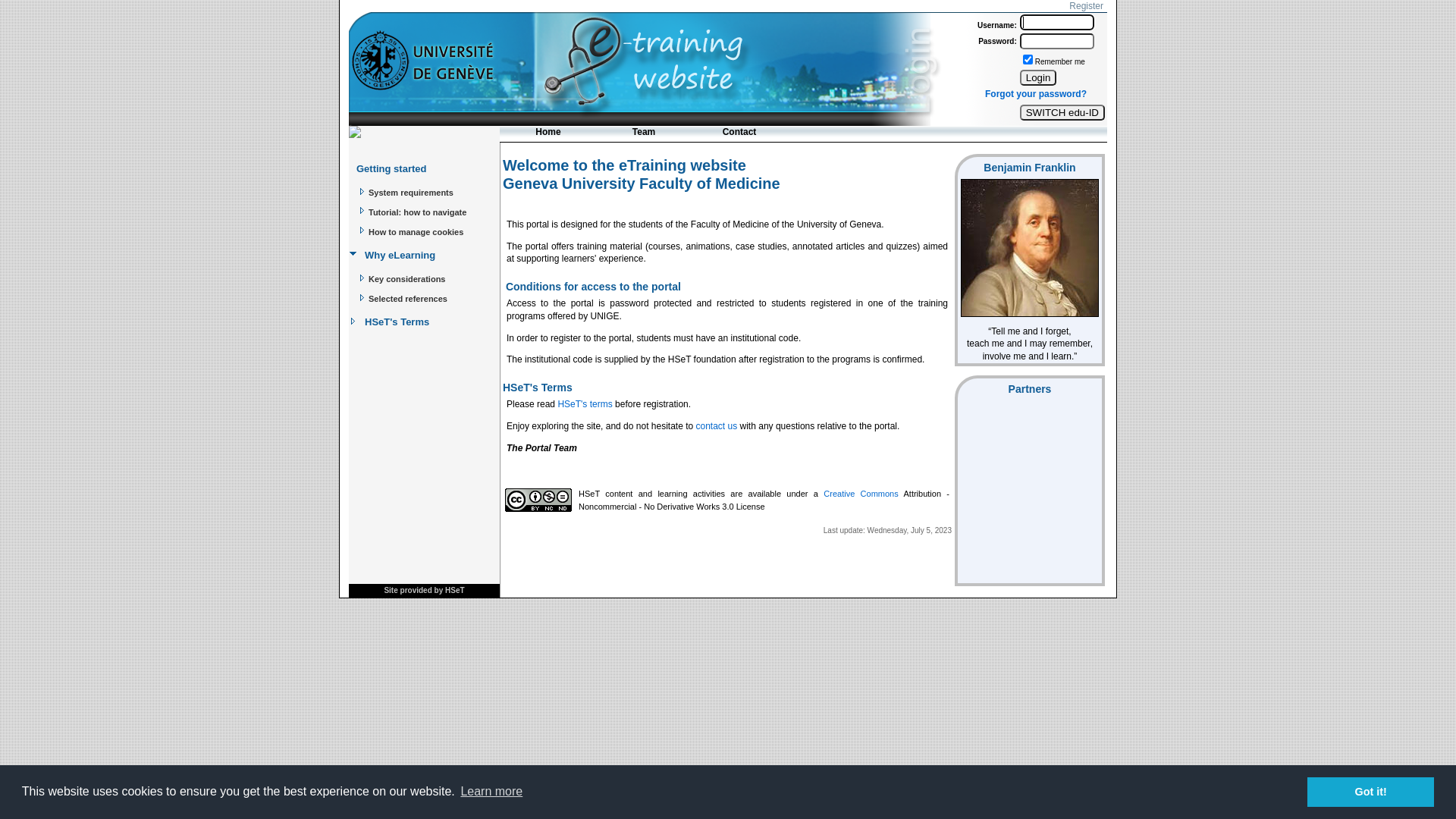 The image size is (1456, 819). I want to click on 'Creative Commons', so click(860, 494).